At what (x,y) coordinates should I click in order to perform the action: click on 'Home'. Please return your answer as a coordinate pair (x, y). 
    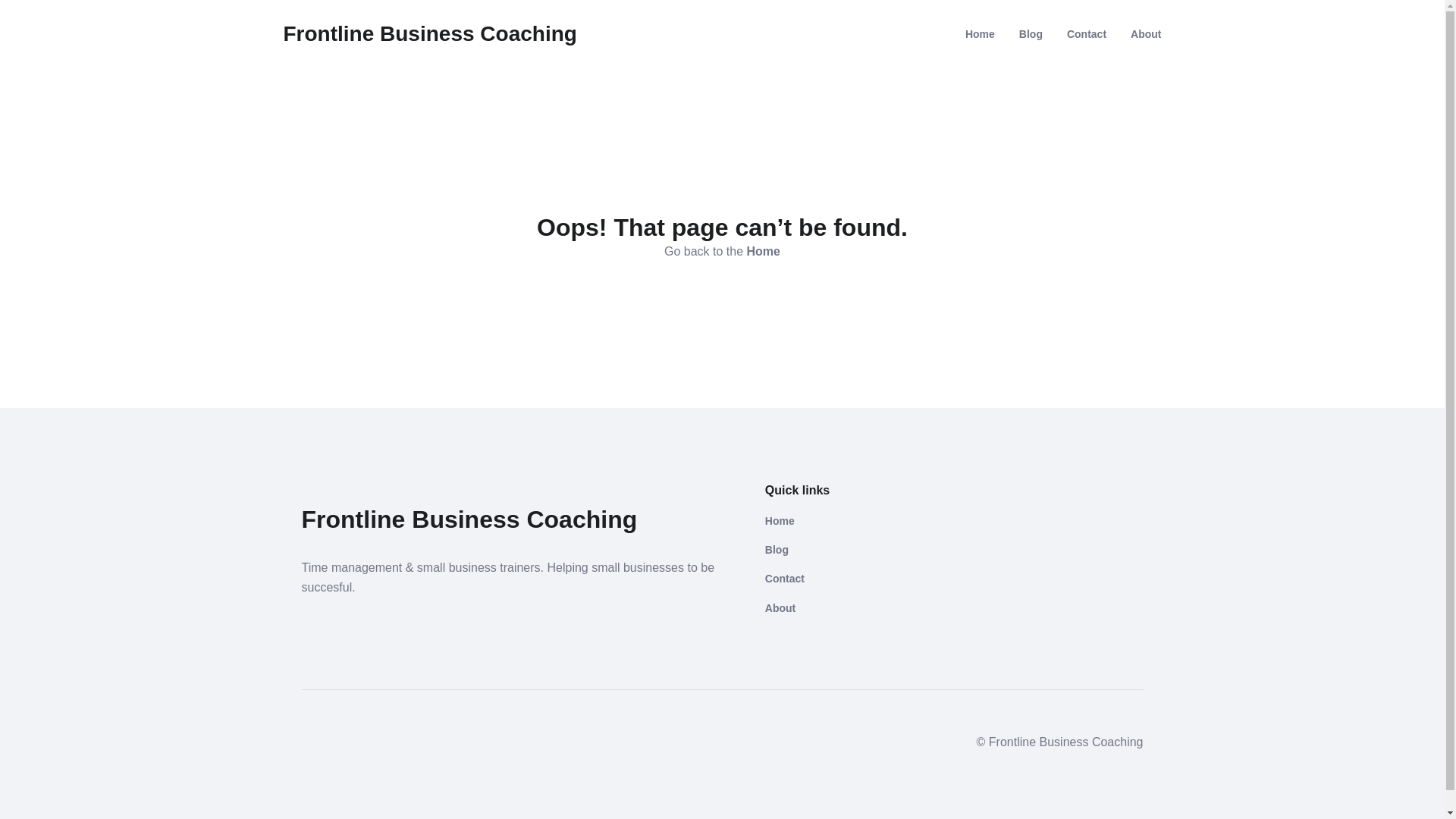
    Looking at the image, I should click on (764, 250).